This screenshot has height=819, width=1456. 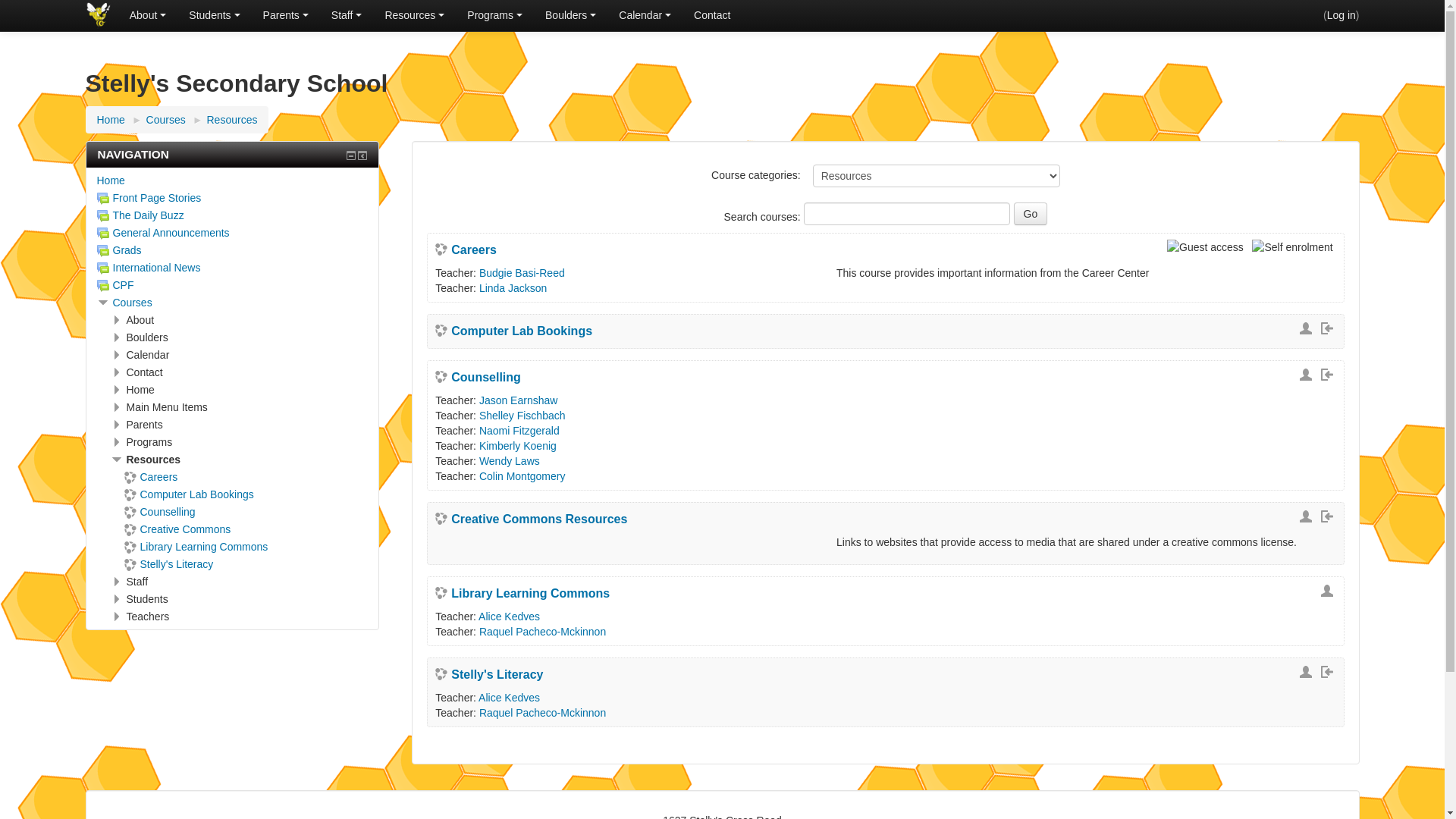 I want to click on 'Budgie Basi-Reed', so click(x=479, y=271).